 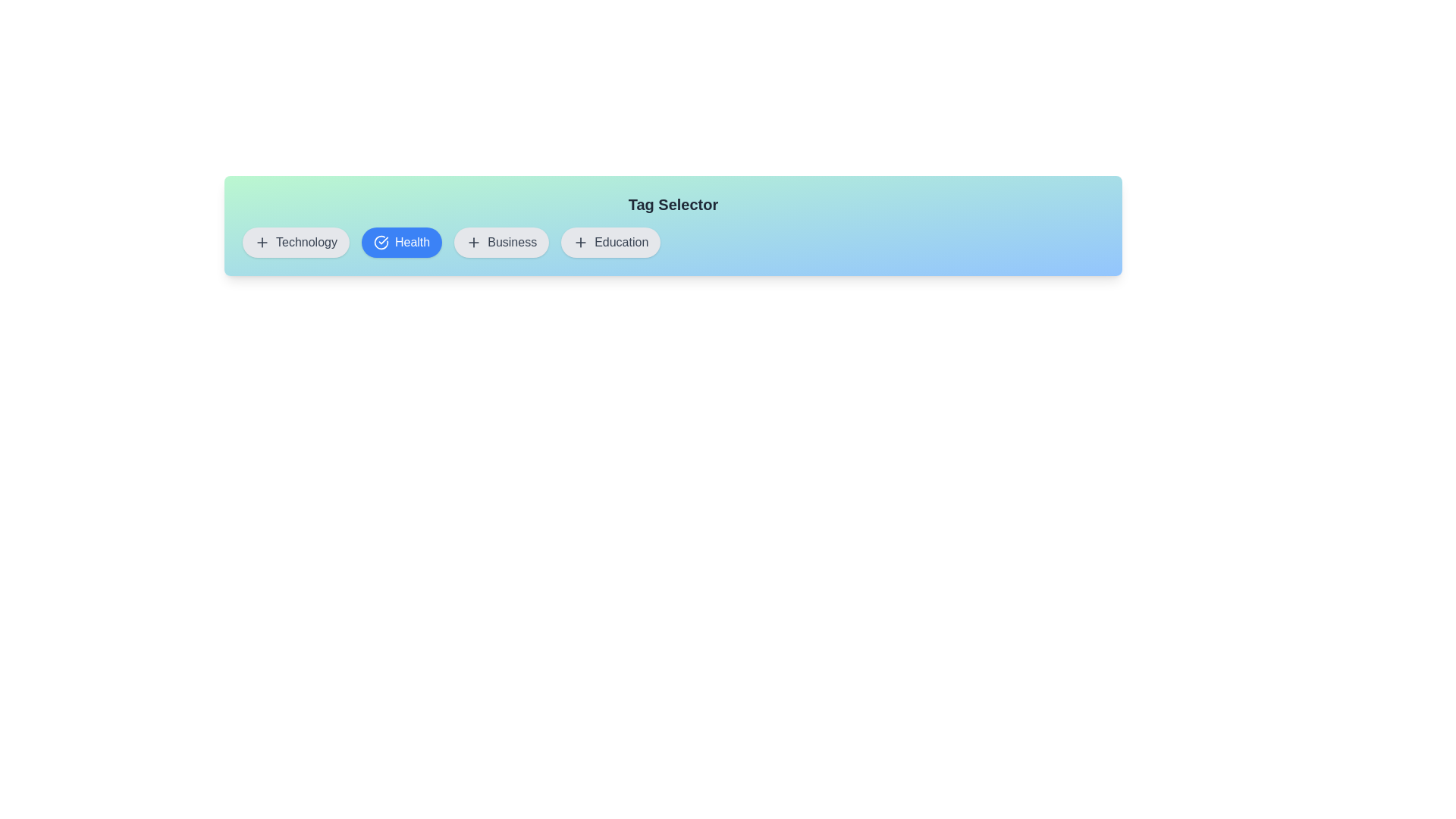 What do you see at coordinates (295, 242) in the screenshot?
I see `the button labeled Technology` at bounding box center [295, 242].